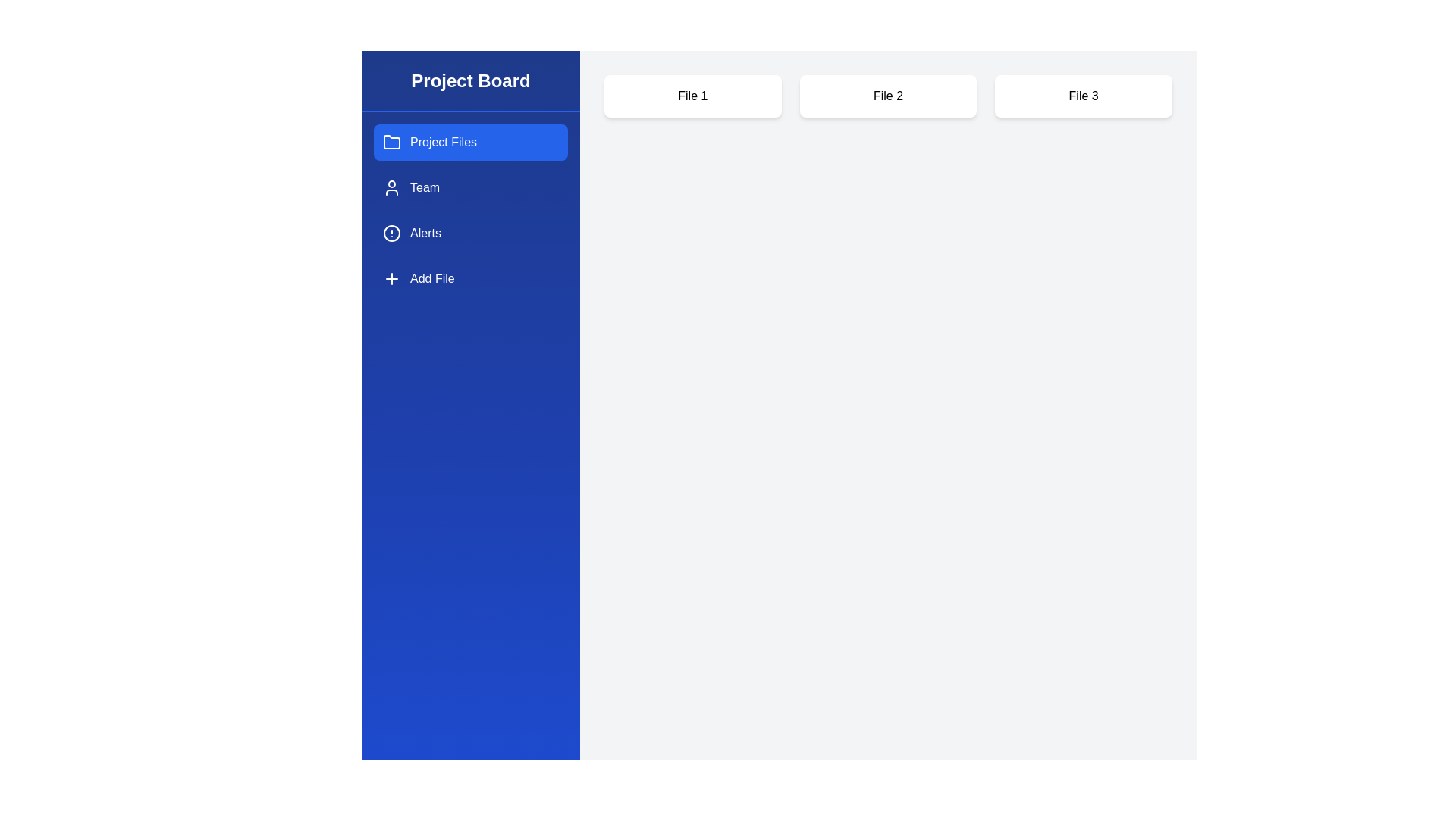 Image resolution: width=1456 pixels, height=819 pixels. I want to click on the blue folder icon located next to the 'Project Files' label in the navigation panel, so click(392, 142).